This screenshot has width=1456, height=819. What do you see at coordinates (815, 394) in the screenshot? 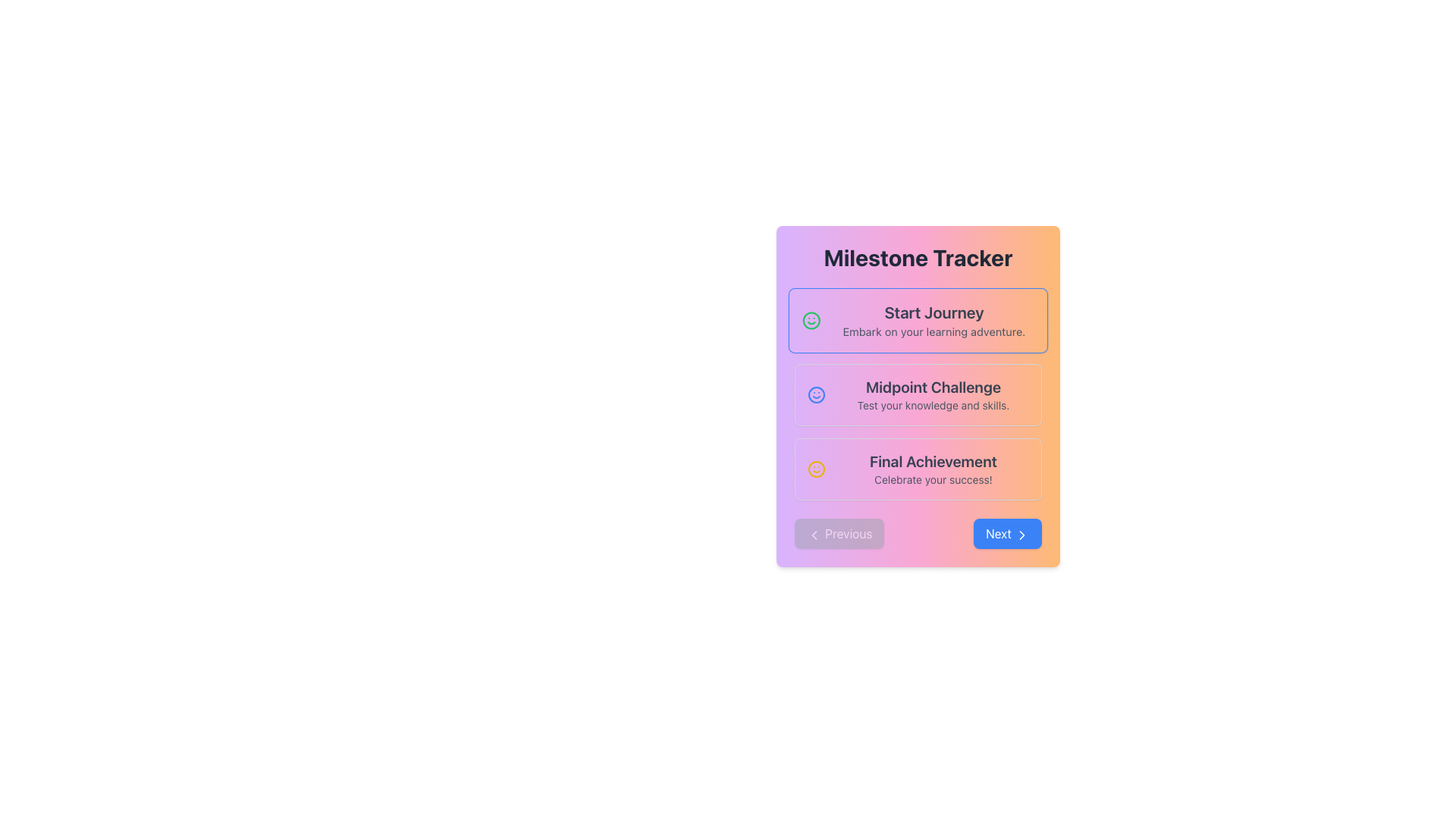
I see `the icon representing the 'Midpoint Challenge' section` at bounding box center [815, 394].